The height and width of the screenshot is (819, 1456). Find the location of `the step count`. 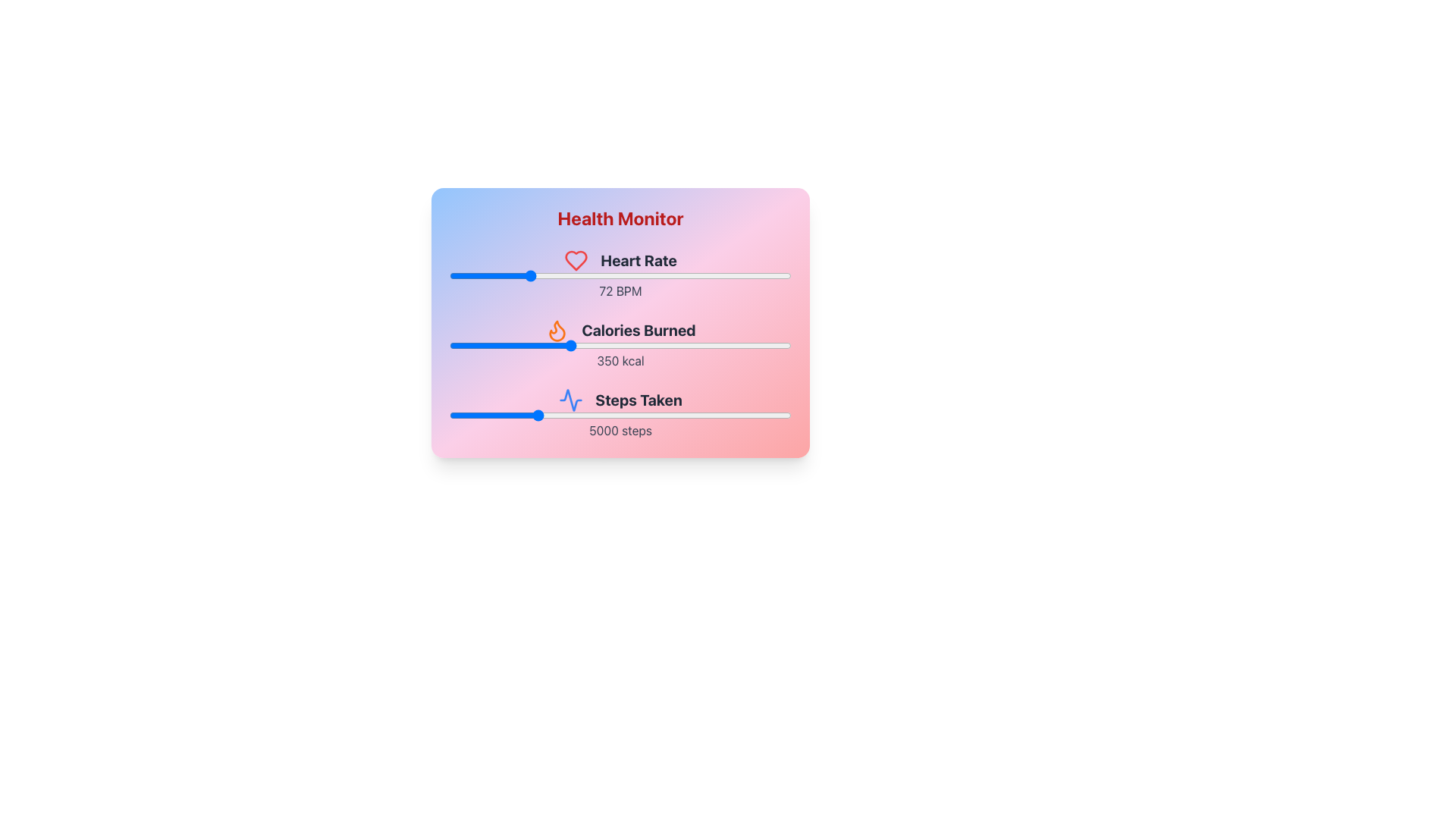

the step count is located at coordinates (654, 415).